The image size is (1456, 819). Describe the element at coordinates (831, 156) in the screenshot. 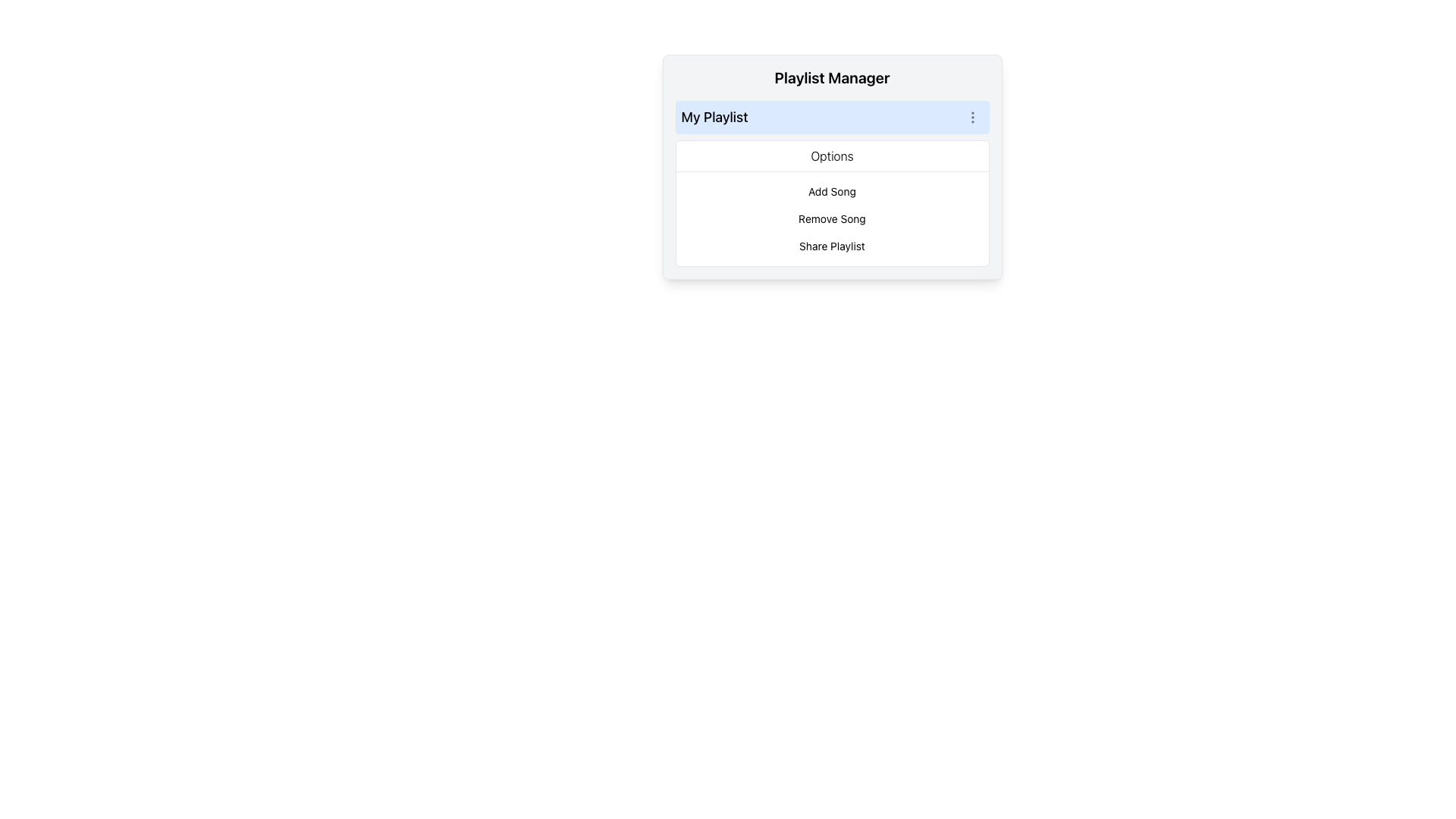

I see `the Text Label that serves as a header for the options menu, located above the list items including 'Add Song', 'Remove Song', and 'Share Playlist'` at that location.